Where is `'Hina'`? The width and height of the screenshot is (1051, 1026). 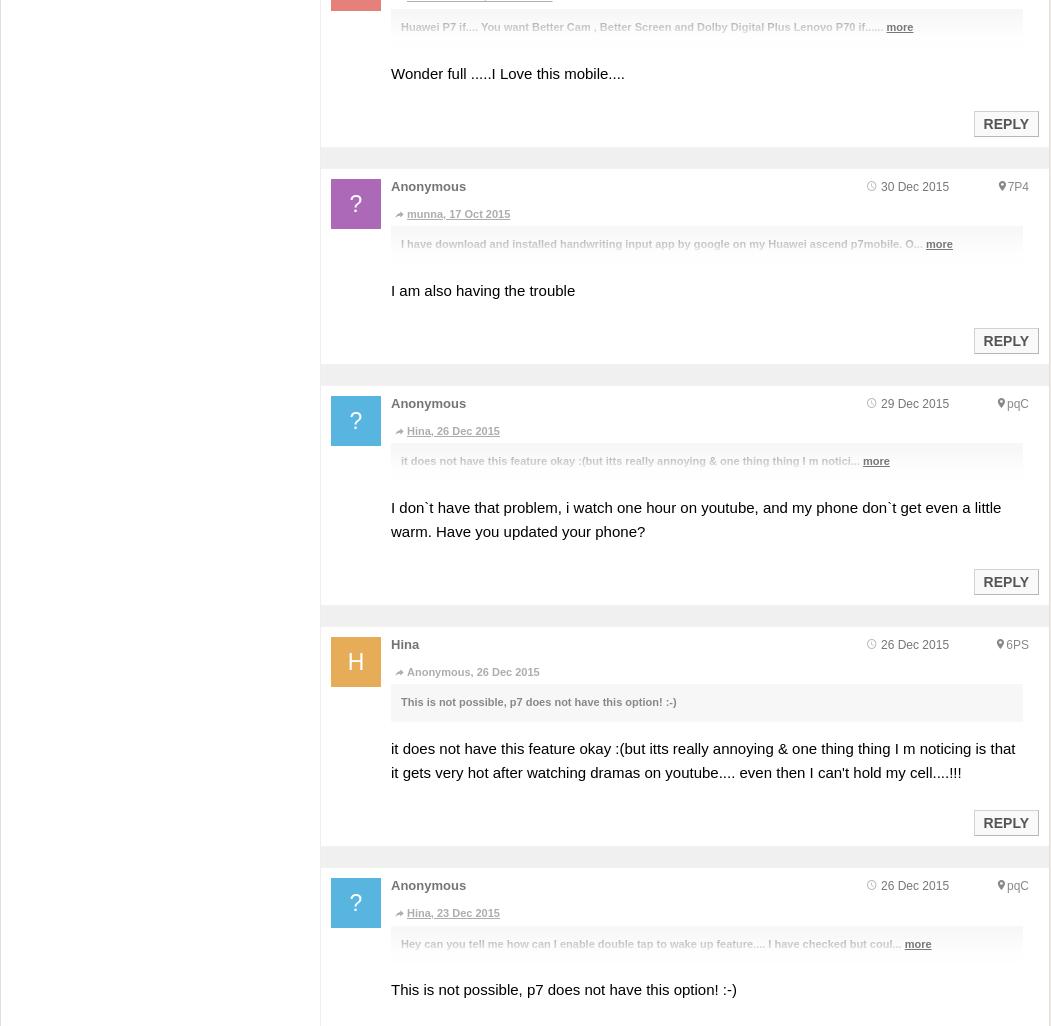
'Hina' is located at coordinates (403, 643).